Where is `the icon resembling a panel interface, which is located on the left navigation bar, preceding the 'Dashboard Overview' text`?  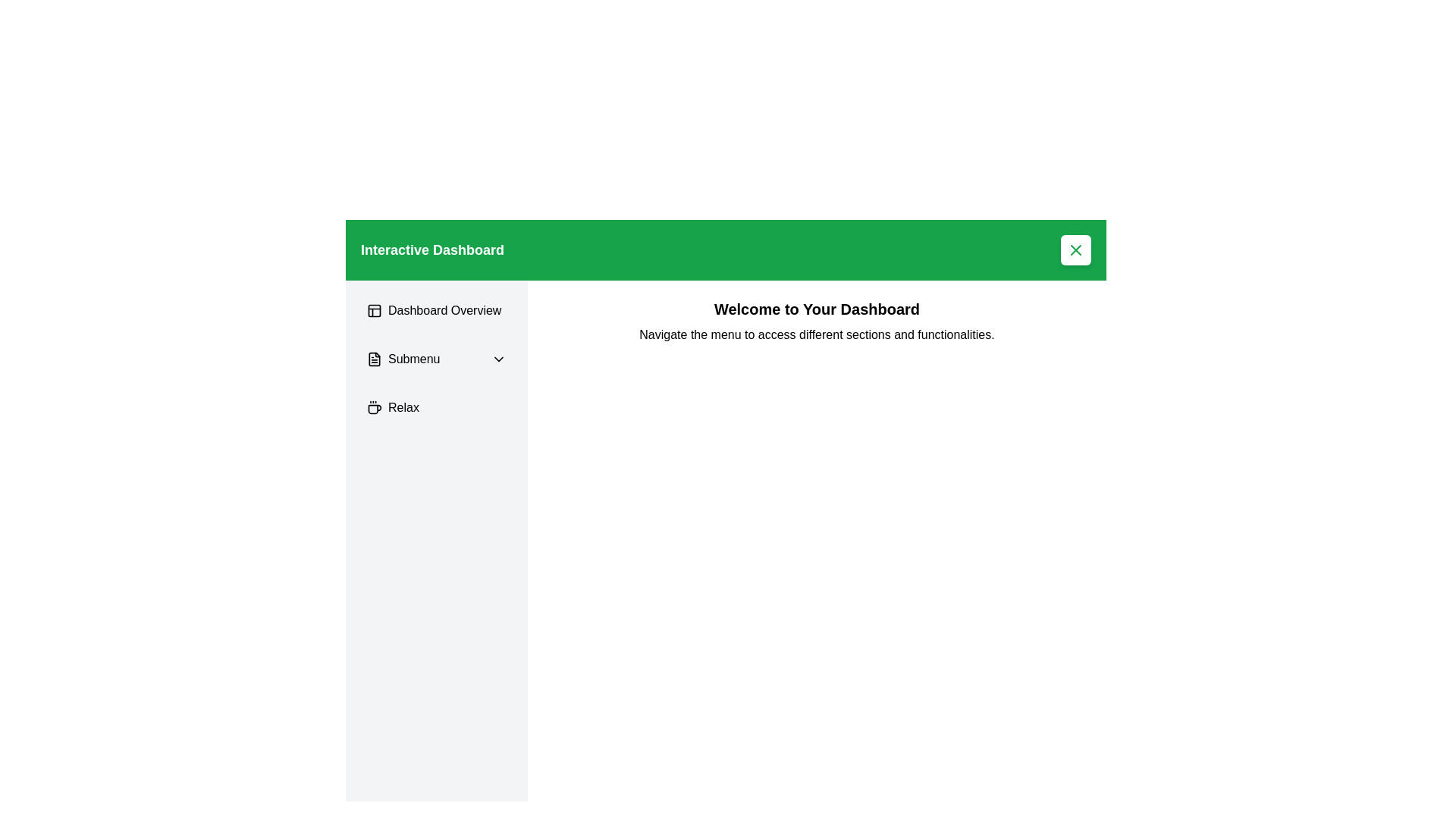 the icon resembling a panel interface, which is located on the left navigation bar, preceding the 'Dashboard Overview' text is located at coordinates (375, 309).